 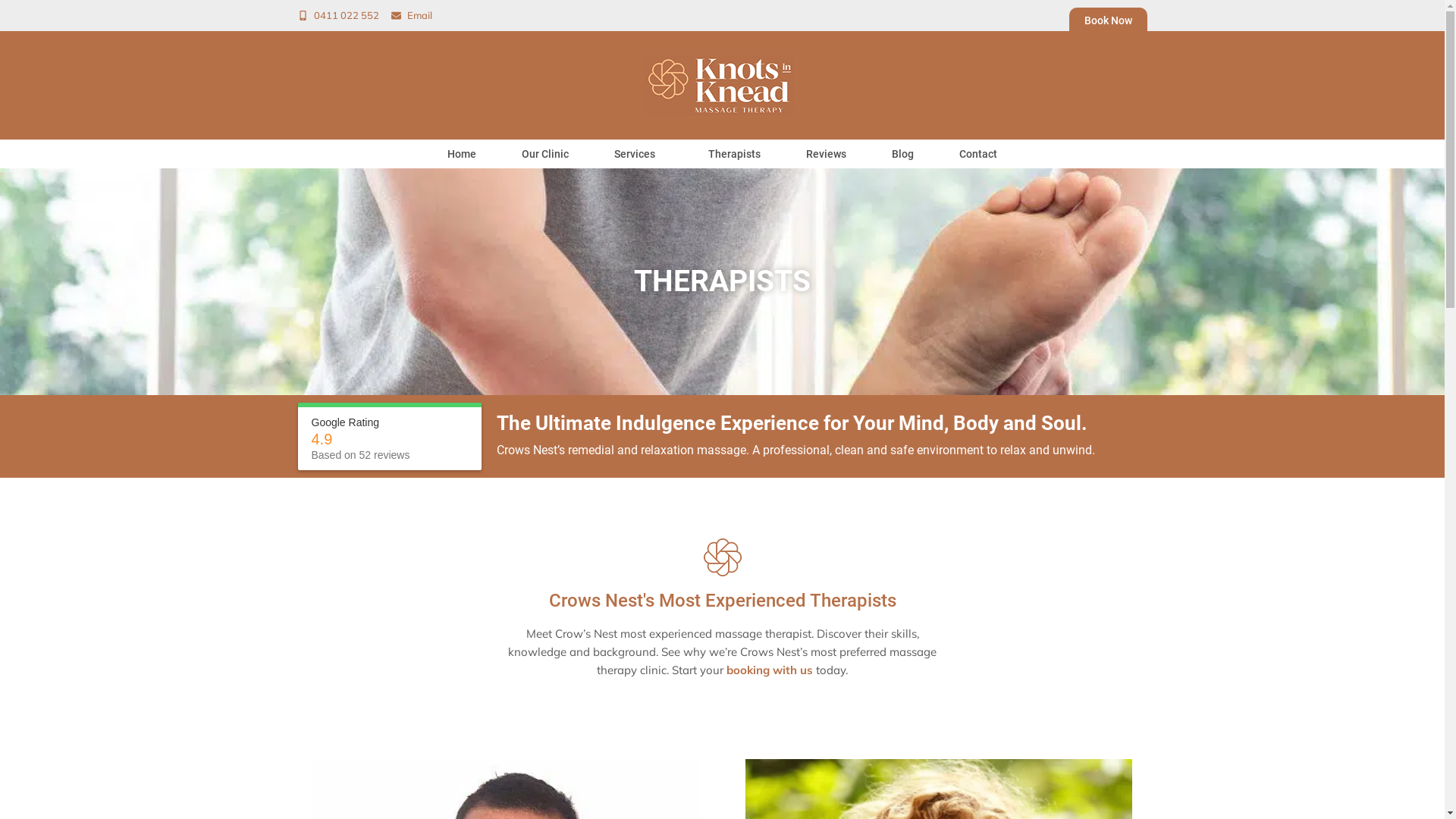 I want to click on 'Services', so click(x=590, y=154).